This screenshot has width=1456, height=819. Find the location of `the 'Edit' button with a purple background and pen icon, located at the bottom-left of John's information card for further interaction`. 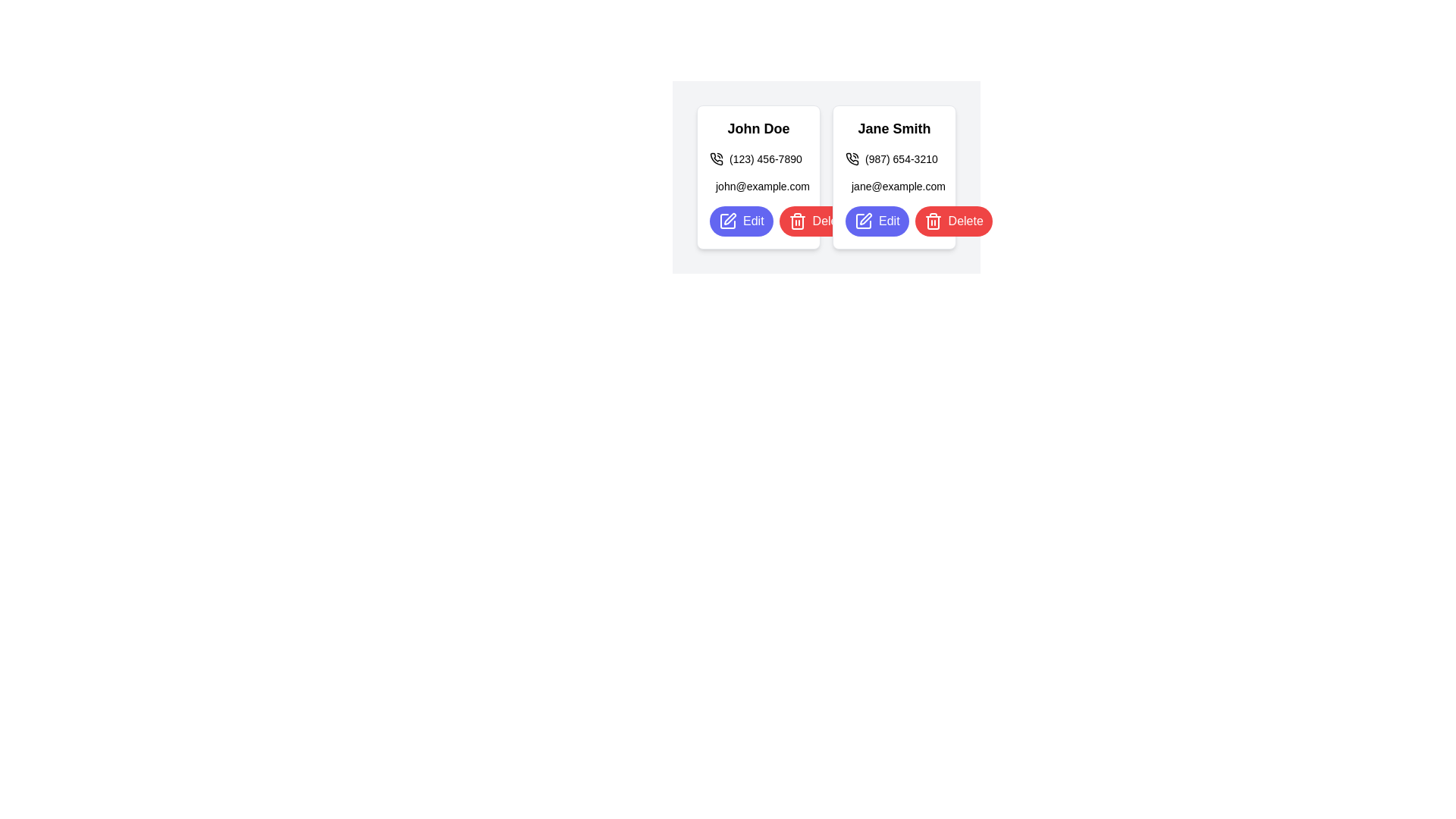

the 'Edit' button with a purple background and pen icon, located at the bottom-left of John's information card for further interaction is located at coordinates (758, 221).